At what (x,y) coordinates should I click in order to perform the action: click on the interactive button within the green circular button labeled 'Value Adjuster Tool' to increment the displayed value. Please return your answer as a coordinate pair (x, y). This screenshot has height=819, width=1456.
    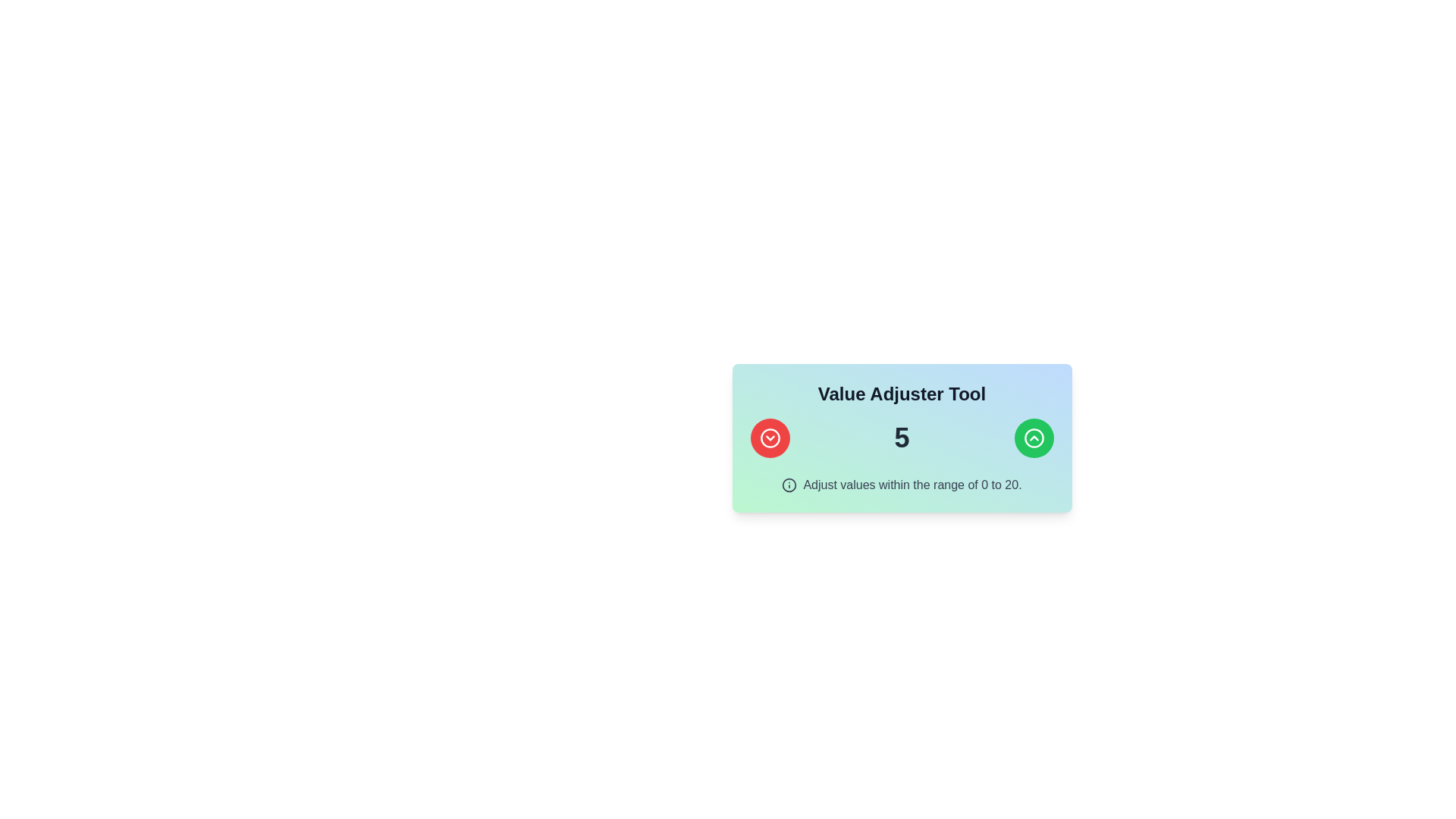
    Looking at the image, I should click on (1033, 438).